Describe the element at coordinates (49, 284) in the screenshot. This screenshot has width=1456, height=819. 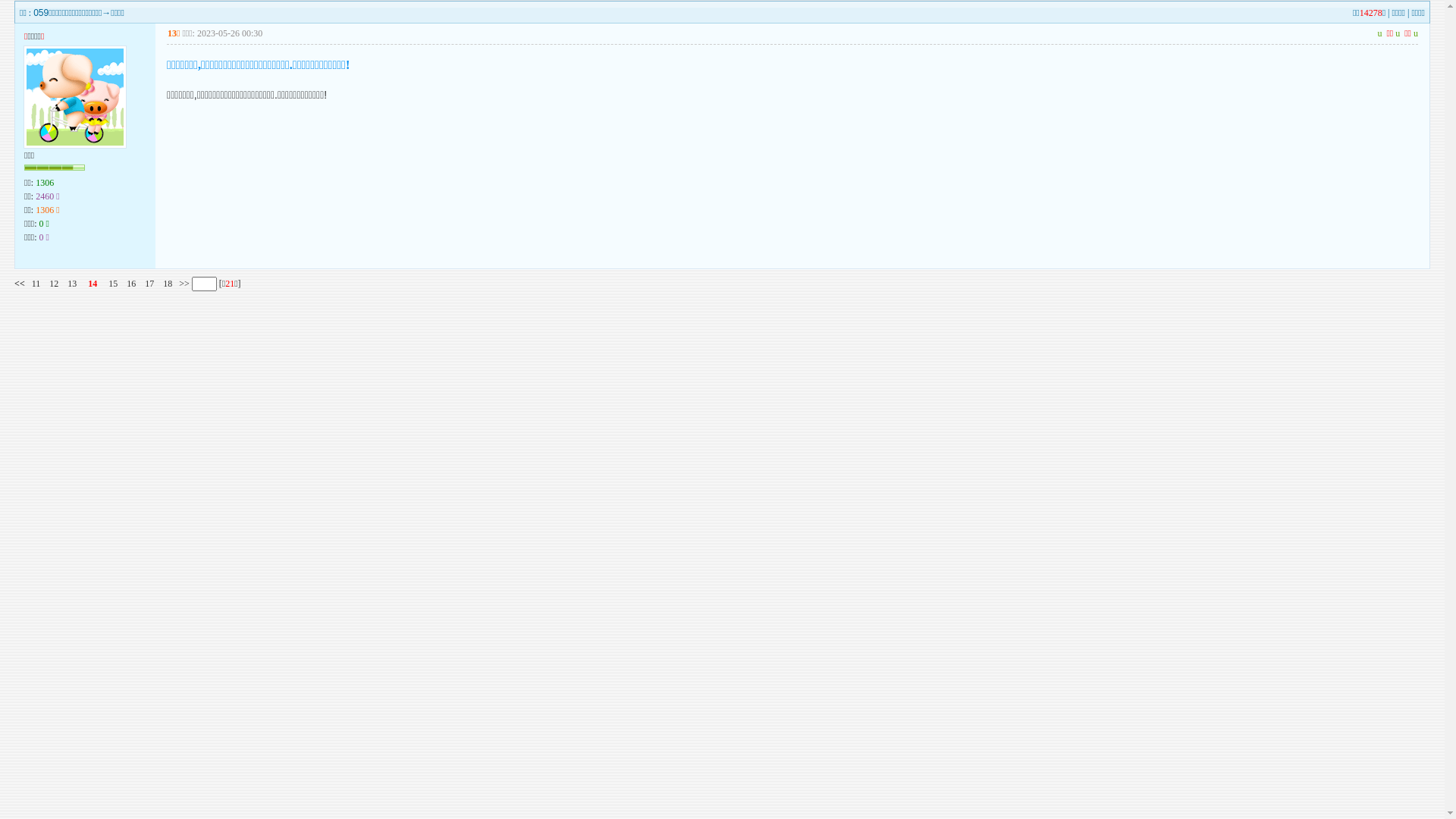
I see `'12'` at that location.